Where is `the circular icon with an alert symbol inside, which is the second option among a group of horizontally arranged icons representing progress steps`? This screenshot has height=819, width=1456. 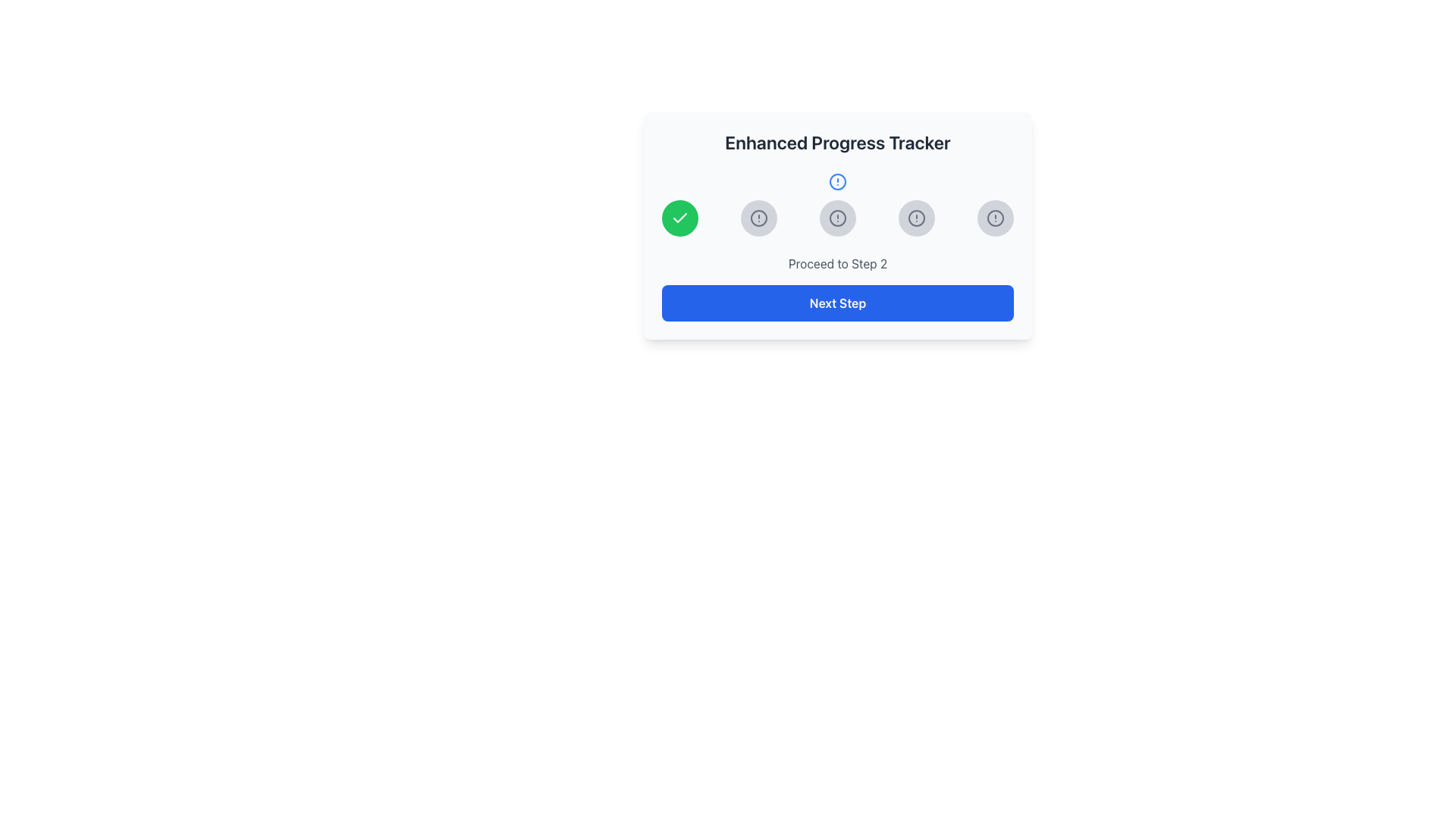 the circular icon with an alert symbol inside, which is the second option among a group of horizontally arranged icons representing progress steps is located at coordinates (759, 218).